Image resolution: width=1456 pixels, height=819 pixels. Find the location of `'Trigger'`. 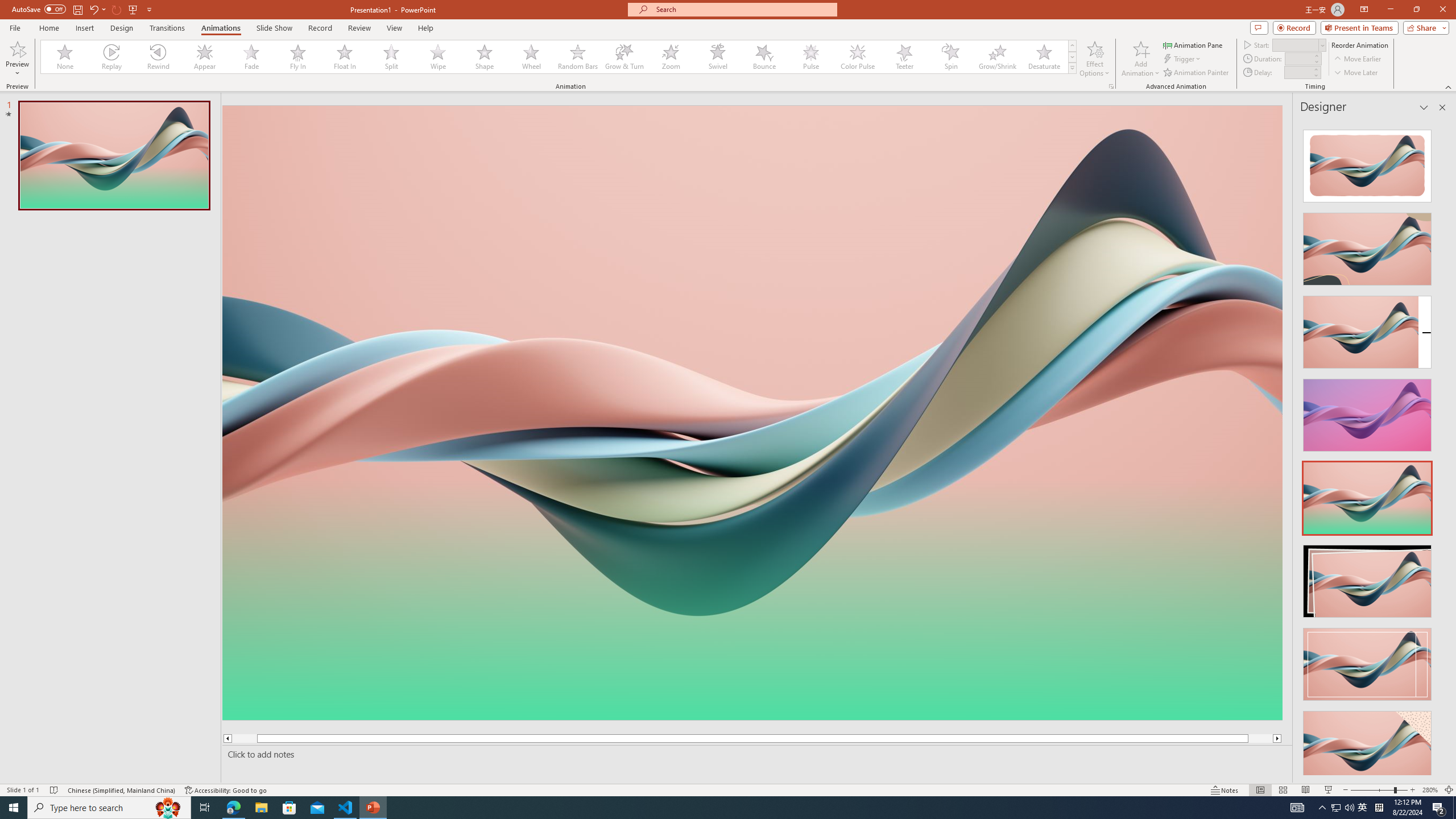

'Trigger' is located at coordinates (1182, 59).